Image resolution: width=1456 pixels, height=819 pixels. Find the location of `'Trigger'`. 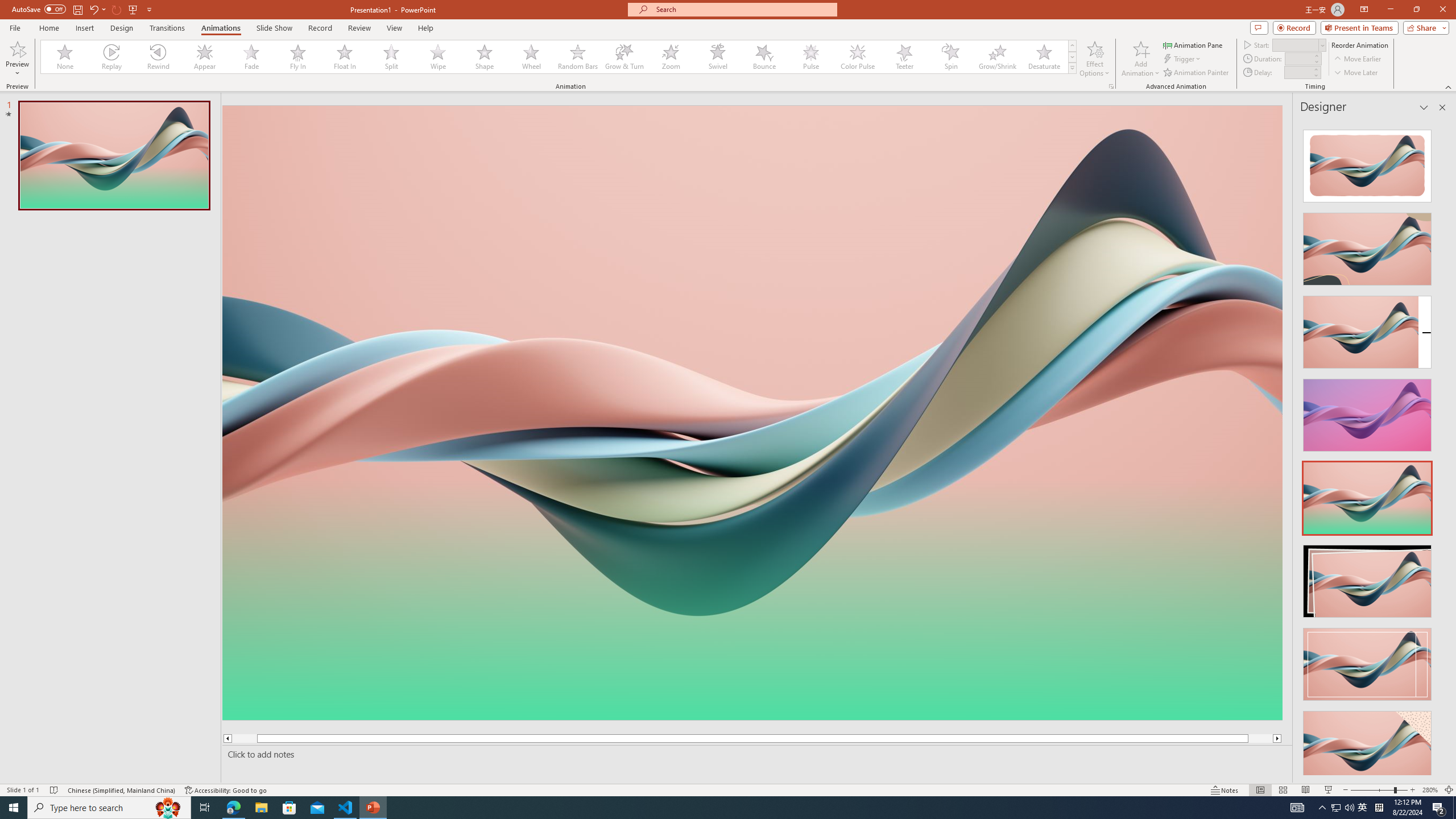

'Trigger' is located at coordinates (1182, 59).